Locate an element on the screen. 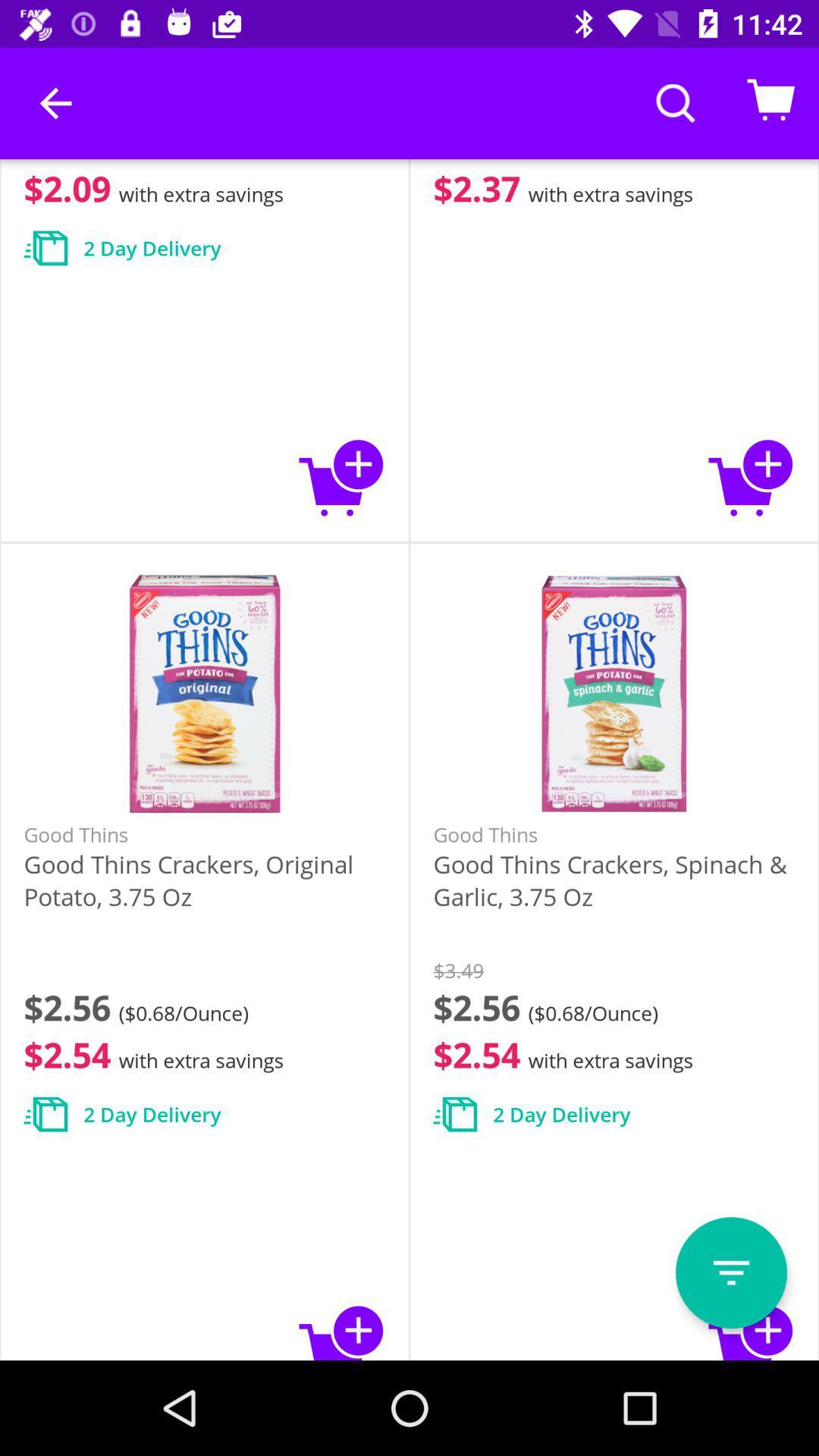  icon to the left of the ($0.26/ounce) is located at coordinates (55, 102).